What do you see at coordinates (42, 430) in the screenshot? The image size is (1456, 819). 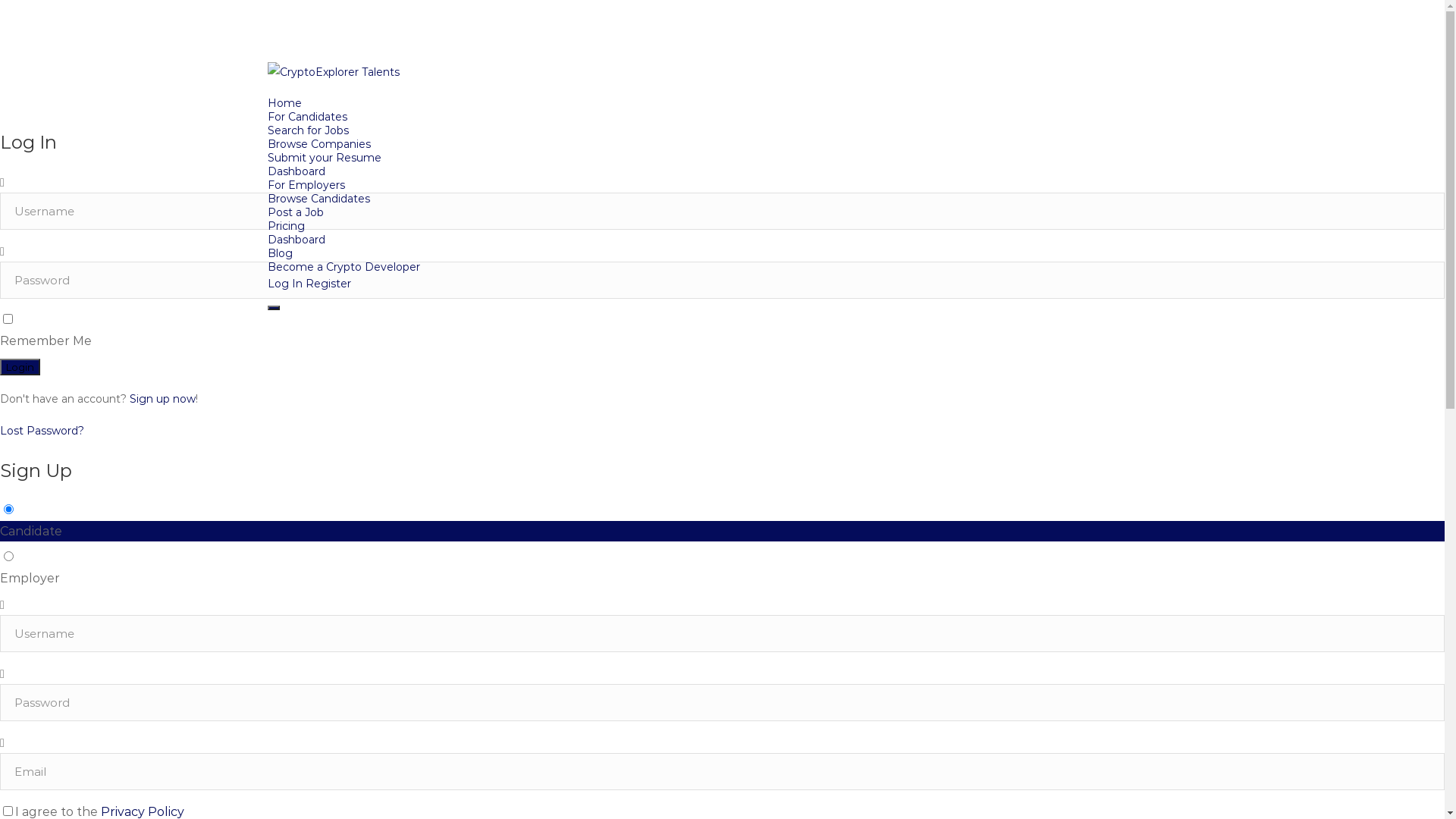 I see `'Lost Password?'` at bounding box center [42, 430].